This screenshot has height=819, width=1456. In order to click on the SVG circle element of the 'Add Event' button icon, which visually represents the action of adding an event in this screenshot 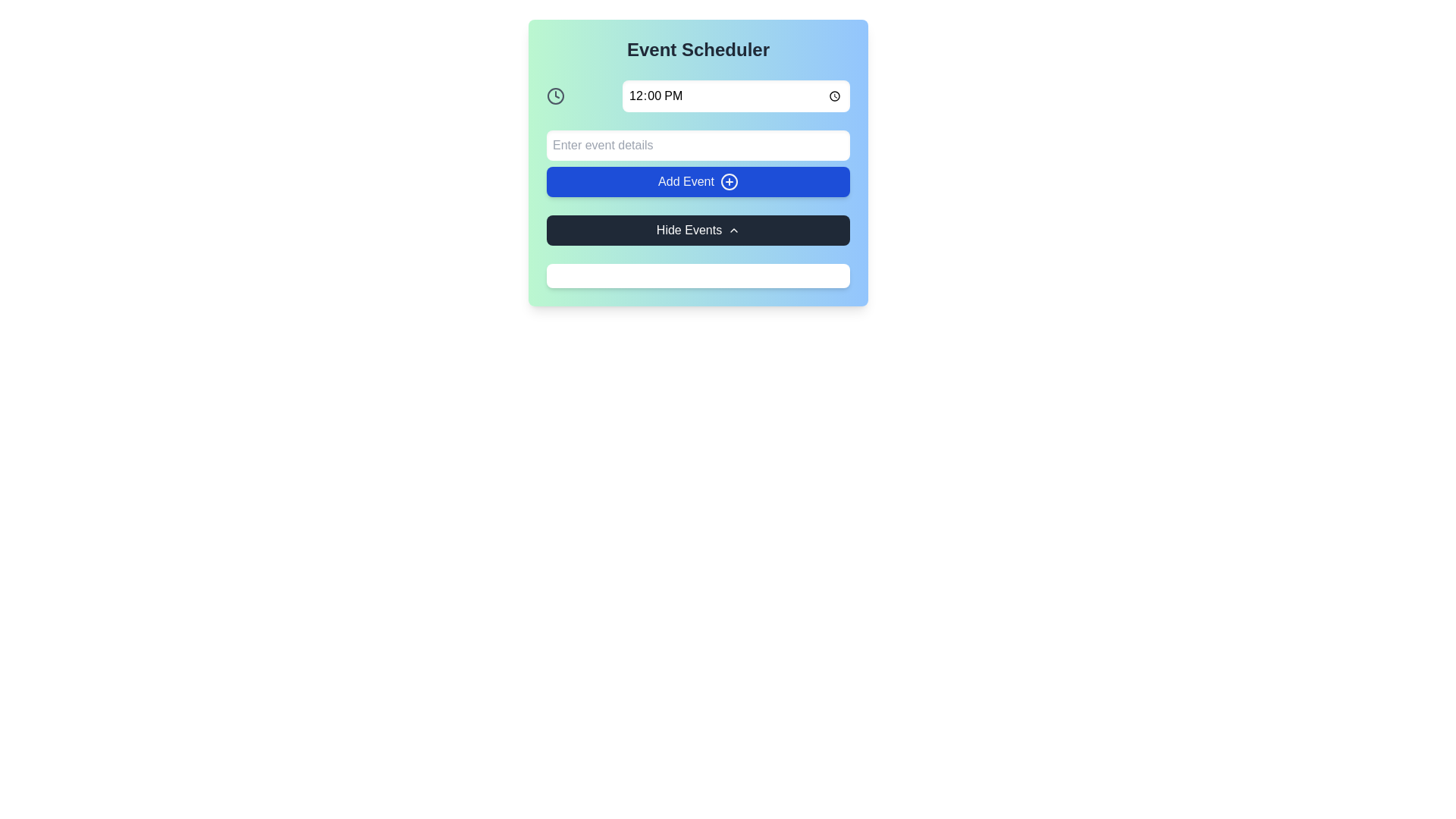, I will do `click(729, 180)`.